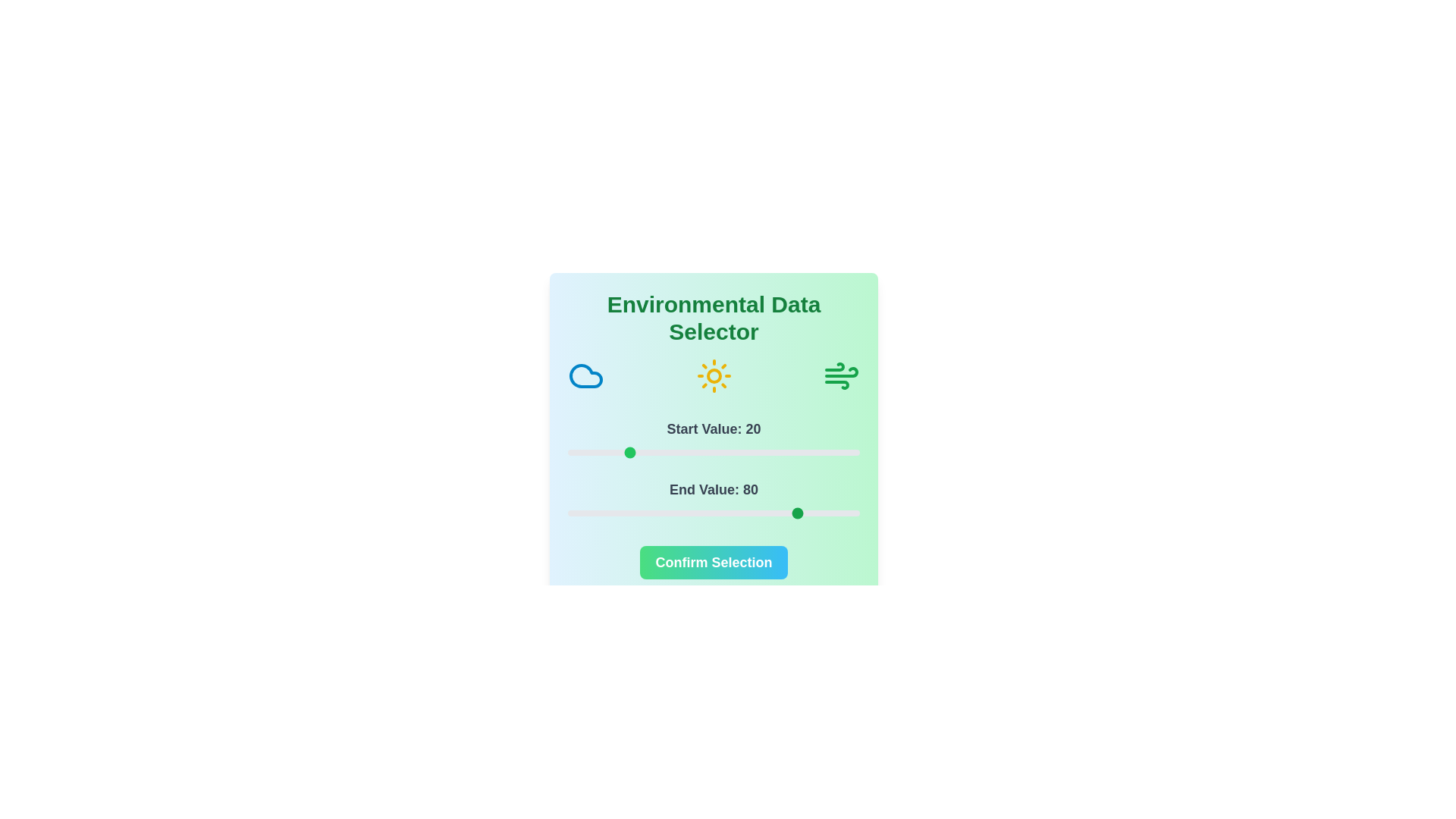  Describe the element at coordinates (582, 452) in the screenshot. I see `the slider` at that location.